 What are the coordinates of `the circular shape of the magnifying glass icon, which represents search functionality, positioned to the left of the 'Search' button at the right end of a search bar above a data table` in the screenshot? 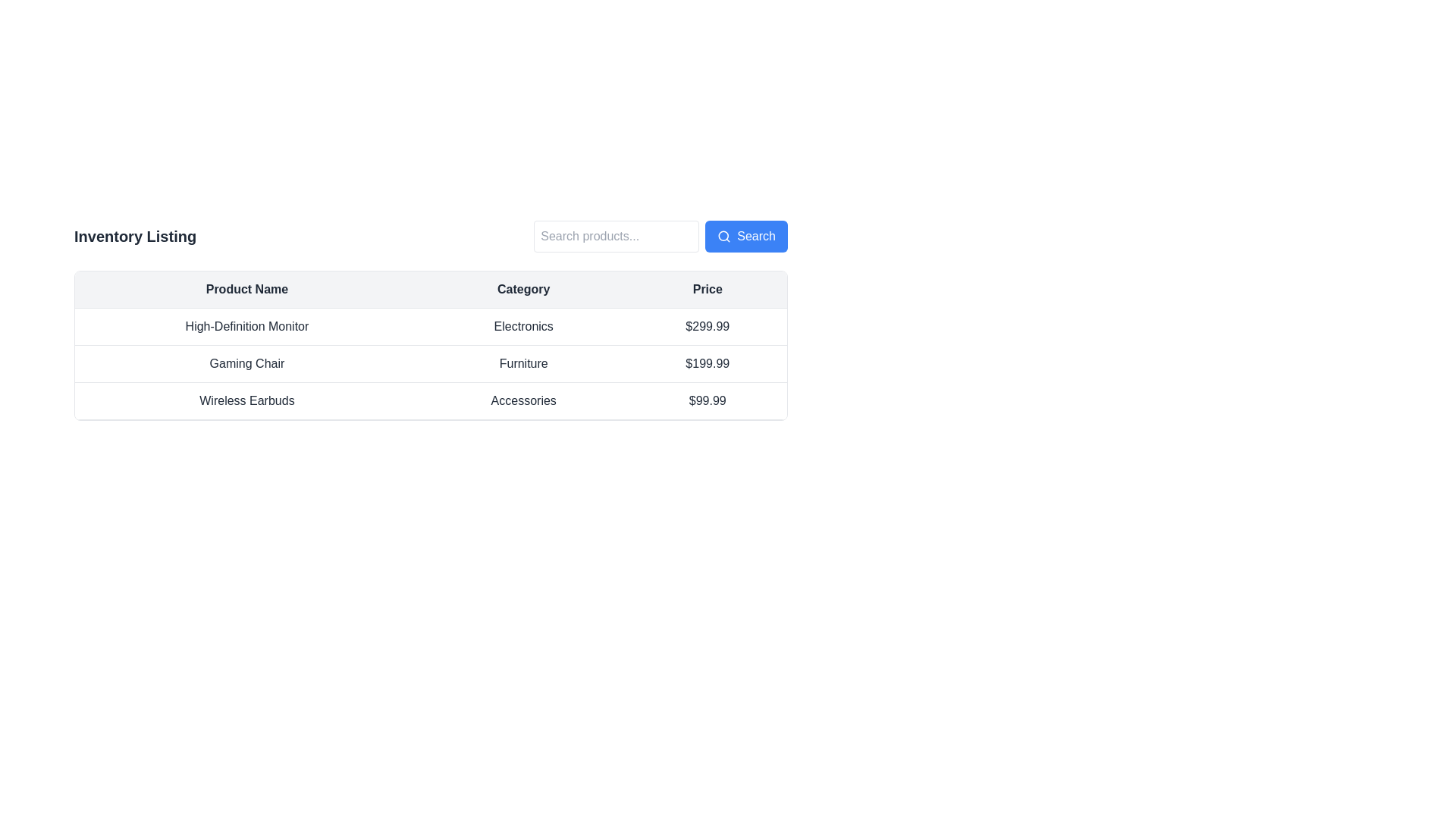 It's located at (723, 236).